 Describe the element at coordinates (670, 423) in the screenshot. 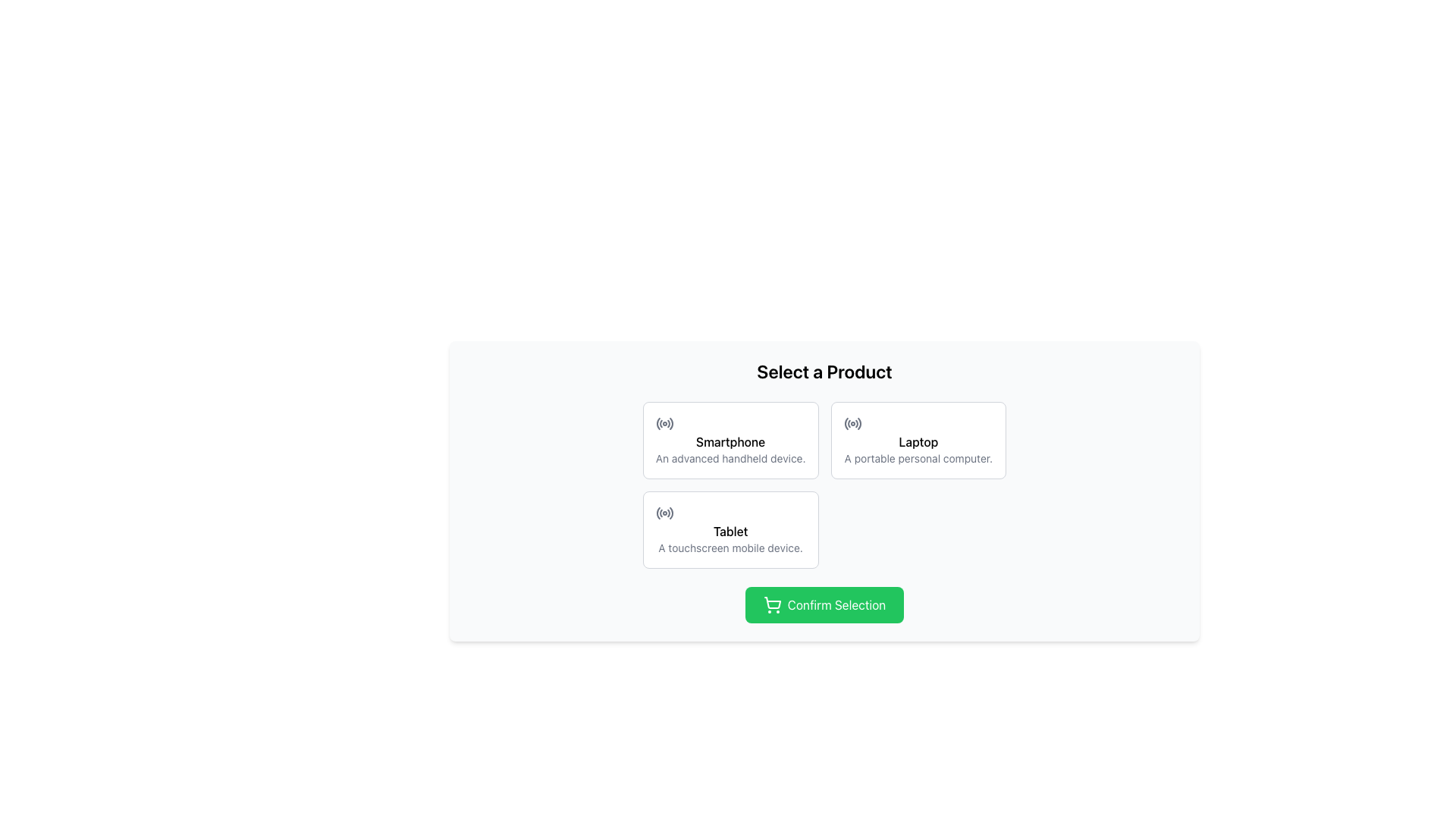

I see `the curved line forming part of the radio-style icon located to the left of the text 'Smartphone' in the button layout` at that location.